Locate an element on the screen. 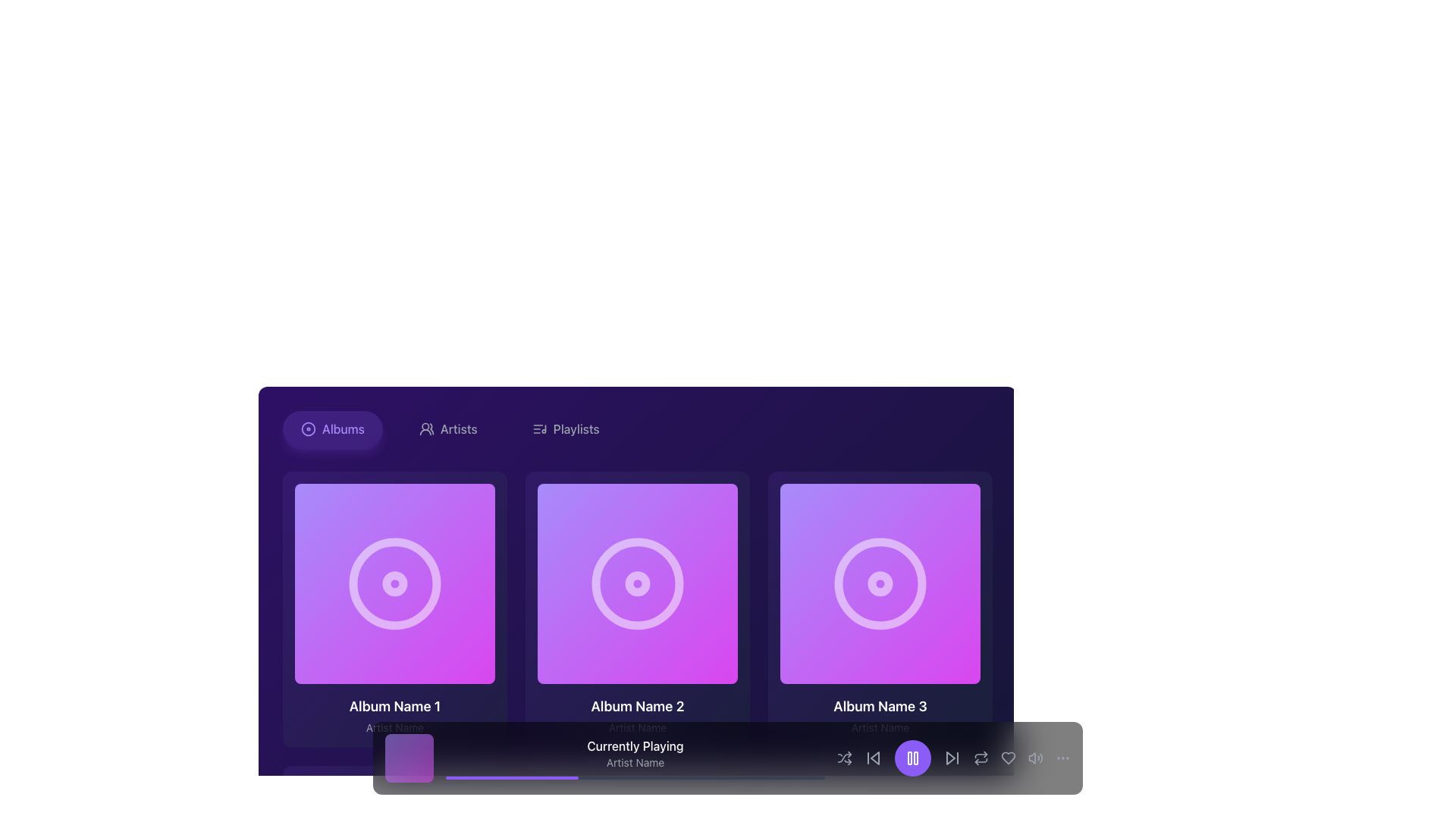  the Text Display element that shows the title and artist information of the currently playing track, located in the center of the media control bar at the bottom of the interface is located at coordinates (635, 758).